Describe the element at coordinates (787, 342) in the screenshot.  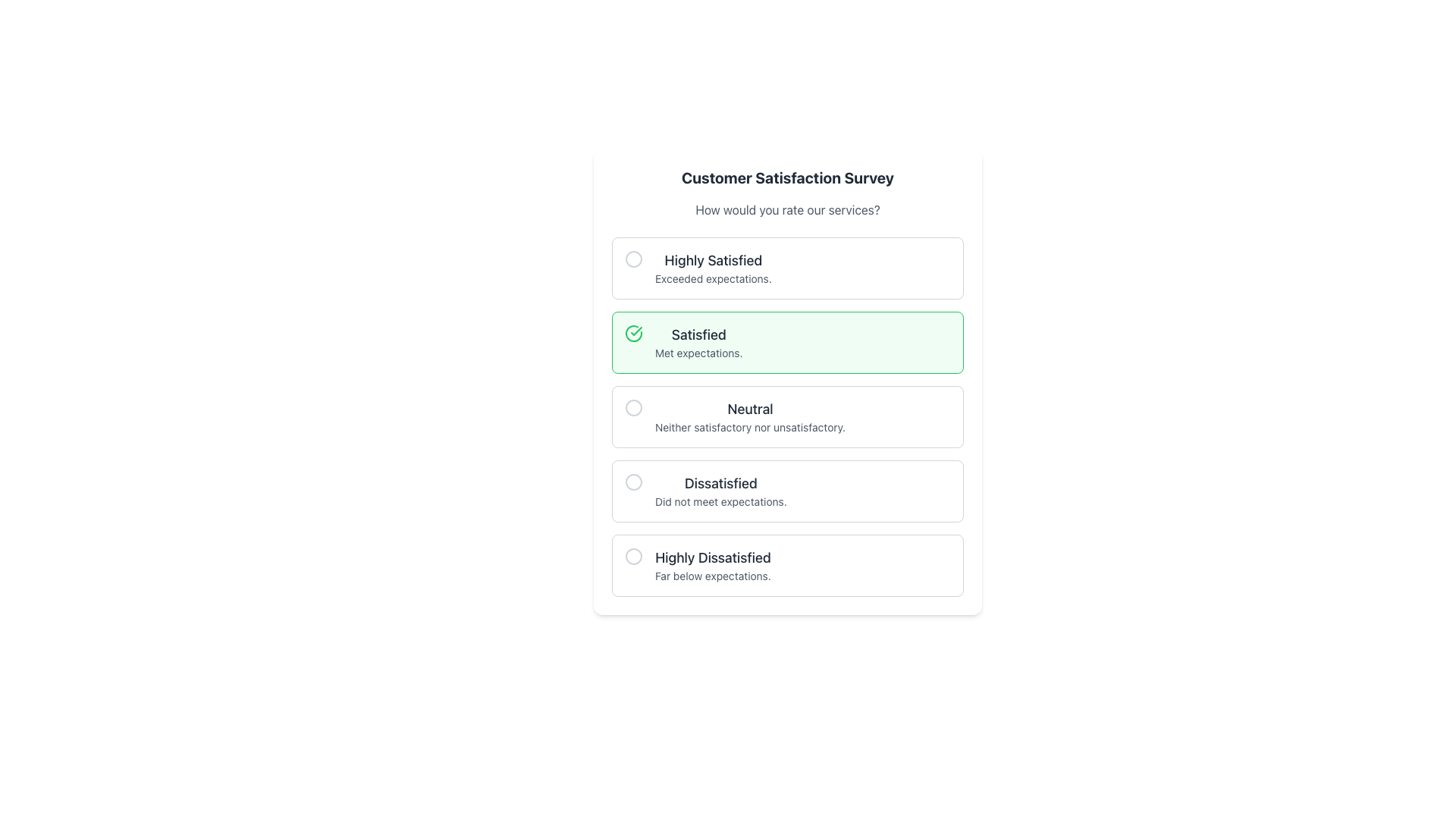
I see `the 'Satisfied' choice in the customer satisfaction survey, which is the second option in a vertical list of five options` at that location.